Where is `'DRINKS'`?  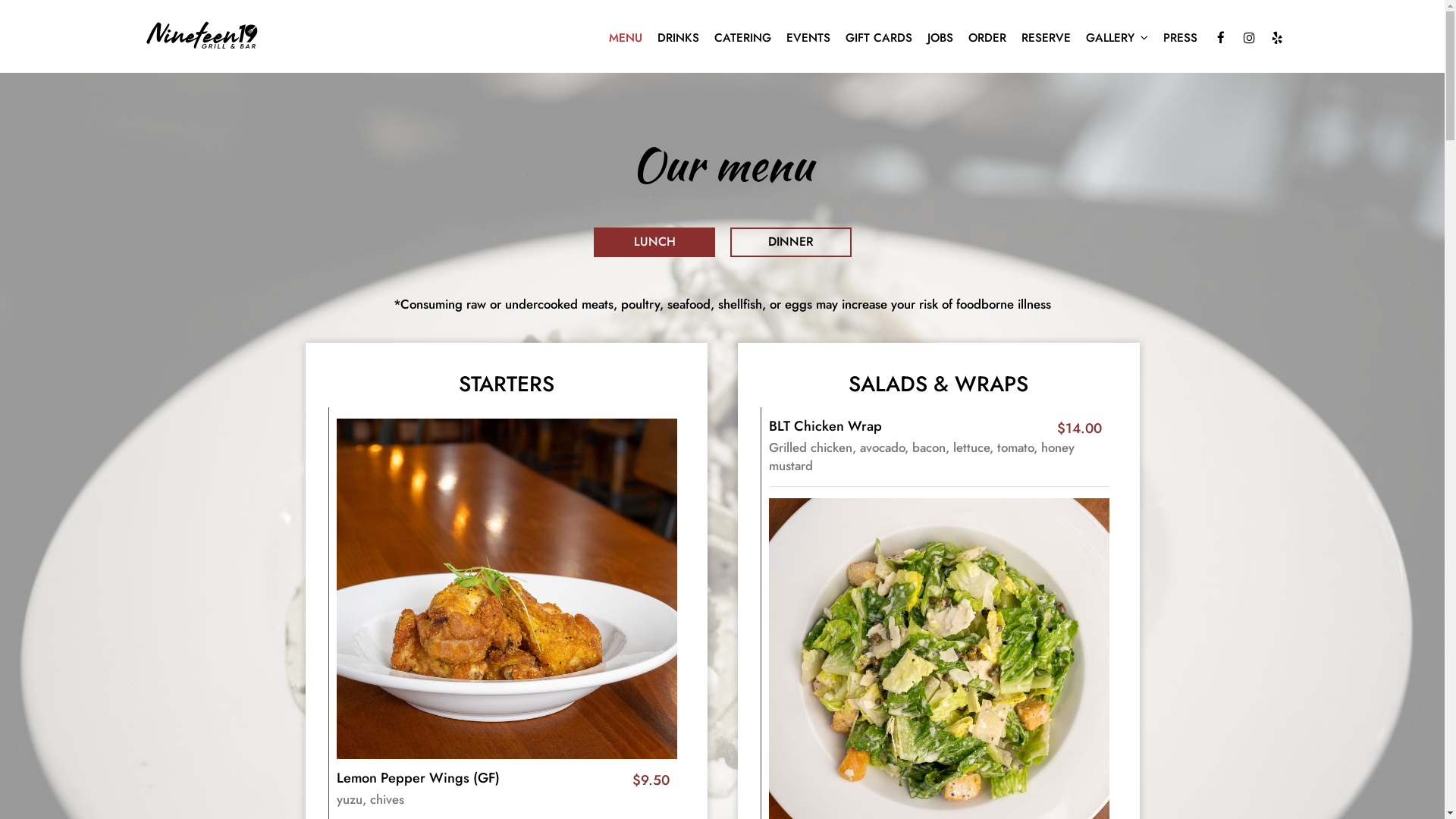
'DRINKS' is located at coordinates (648, 37).